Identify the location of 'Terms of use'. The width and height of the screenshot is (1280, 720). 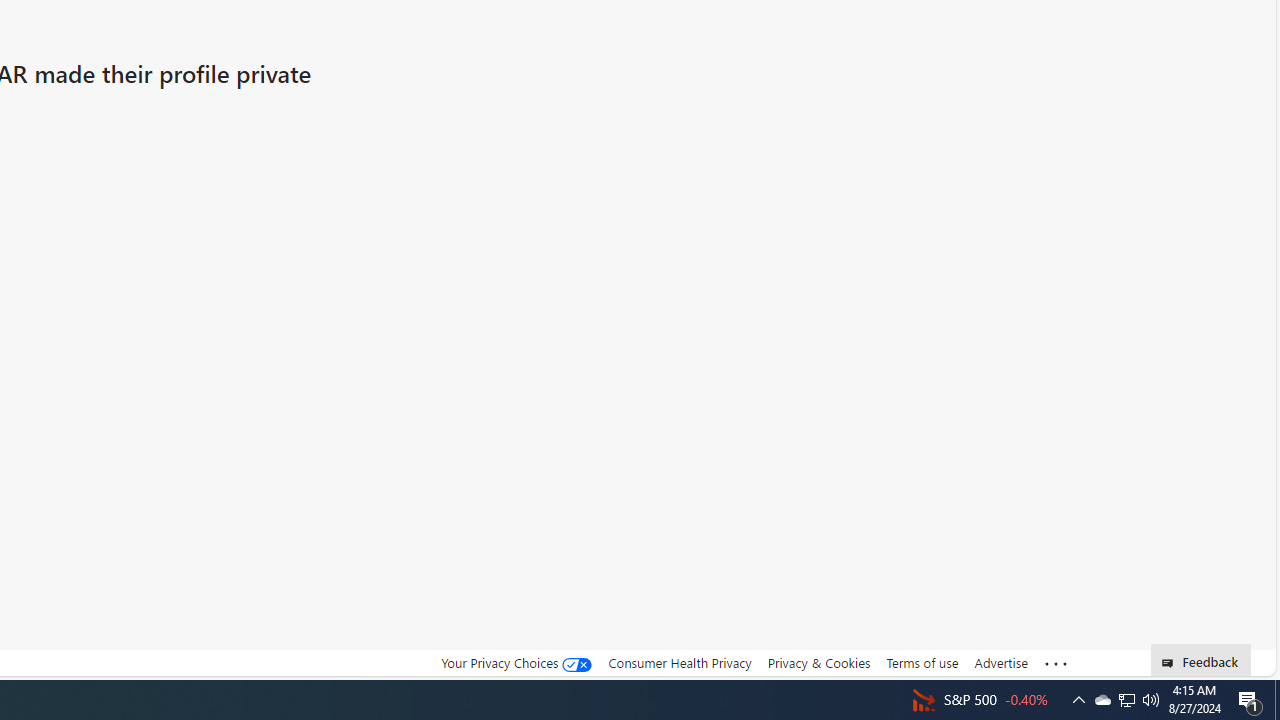
(921, 663).